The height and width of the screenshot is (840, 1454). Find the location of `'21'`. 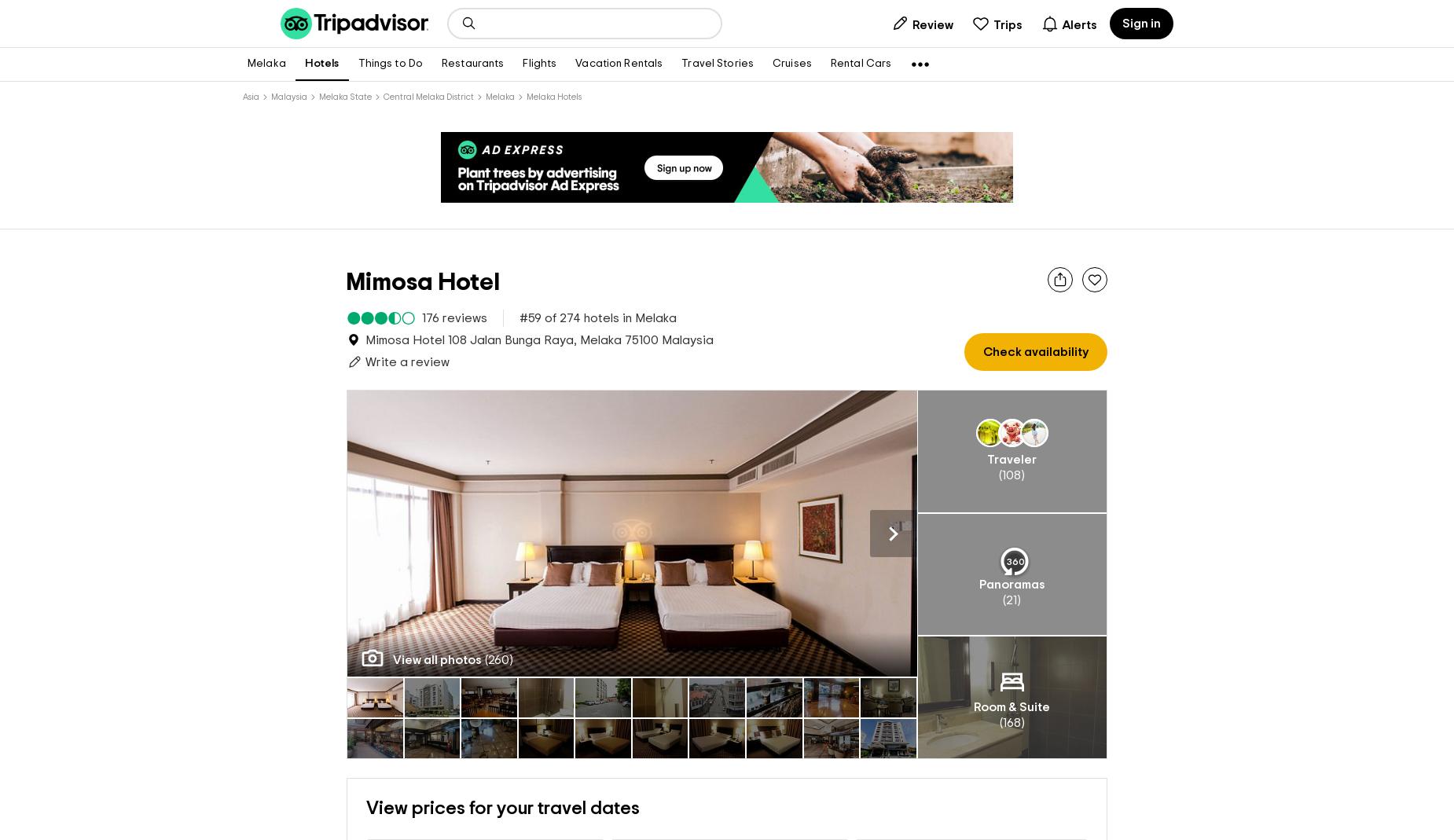

'21' is located at coordinates (1005, 600).